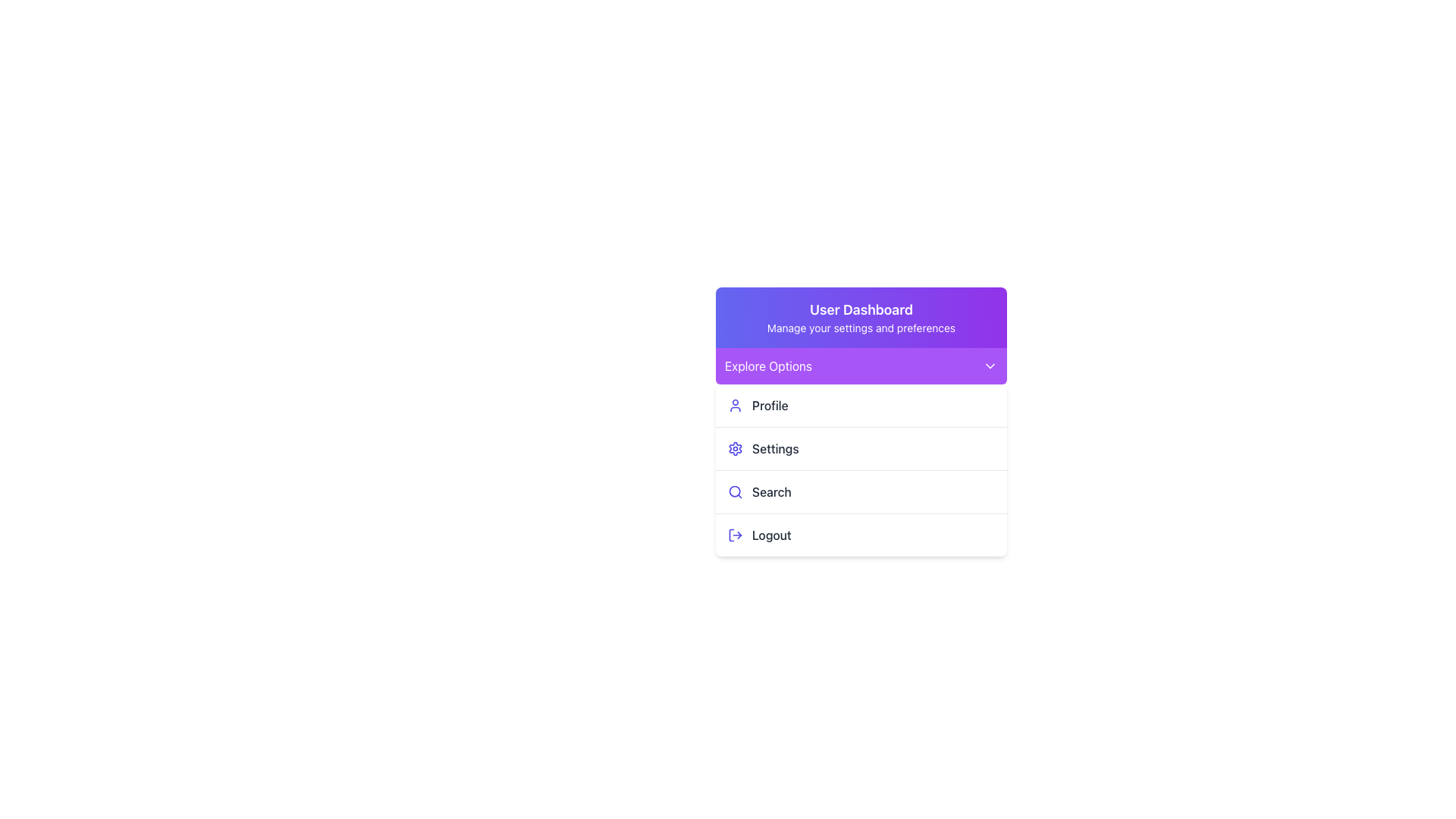 Image resolution: width=1456 pixels, height=819 pixels. Describe the element at coordinates (775, 447) in the screenshot. I see `the 'Settings' text label located in the second row of the vertical menu under 'Explore Options', next to a gear icon` at that location.